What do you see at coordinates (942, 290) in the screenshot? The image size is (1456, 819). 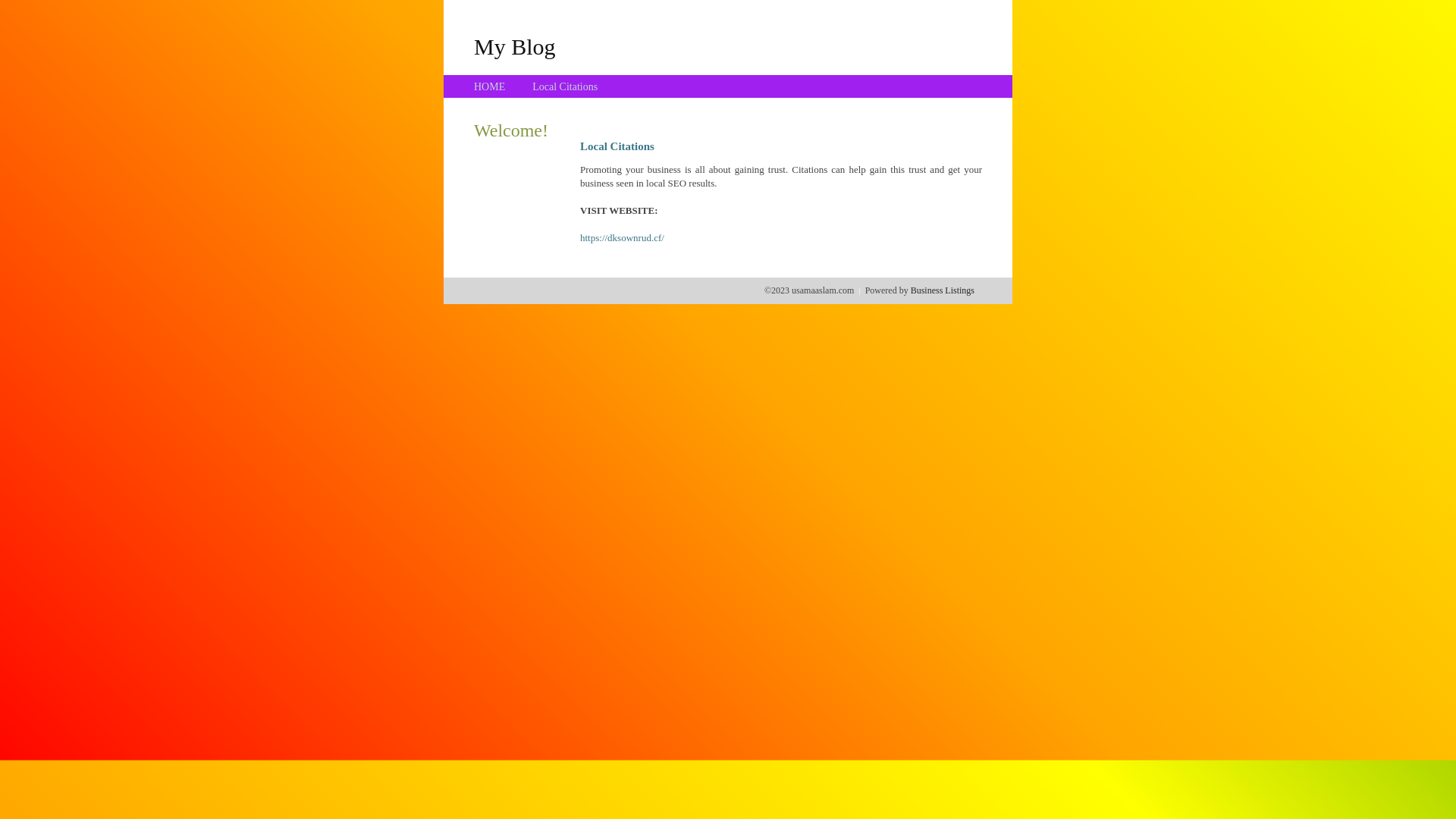 I see `'Business Listings'` at bounding box center [942, 290].